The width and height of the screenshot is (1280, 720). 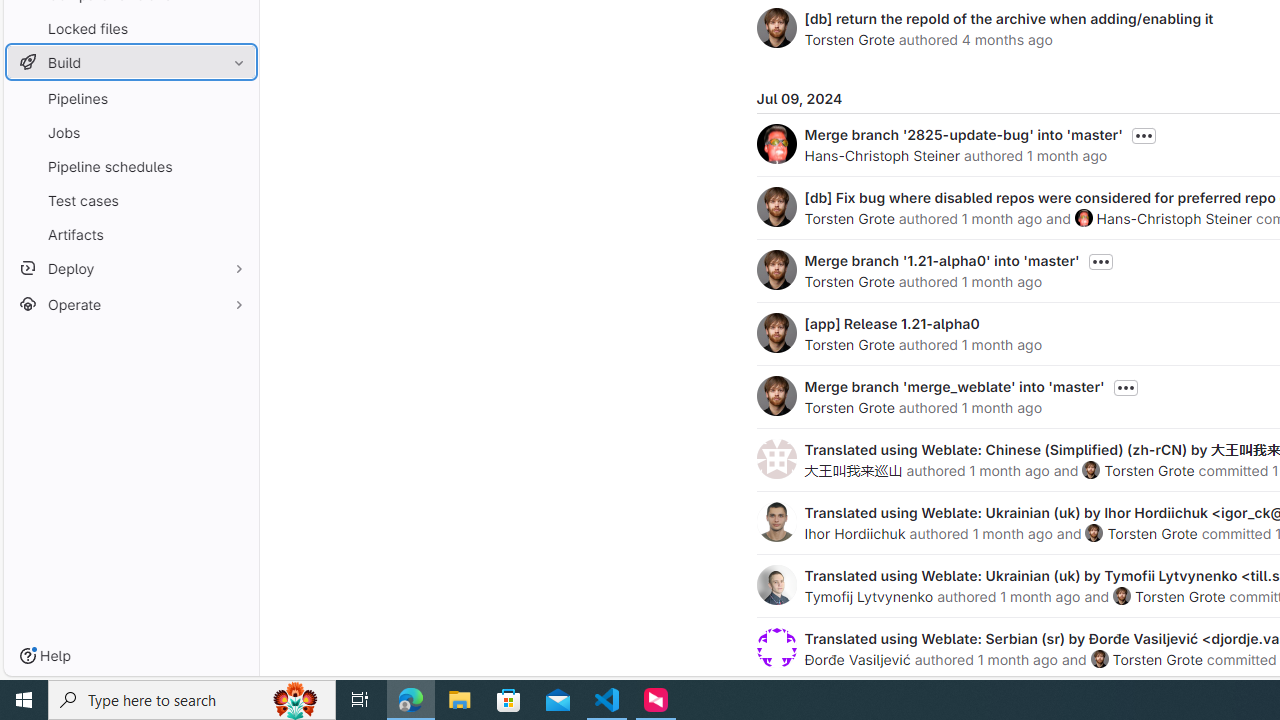 What do you see at coordinates (963, 134) in the screenshot?
I see `'Merge branch '` at bounding box center [963, 134].